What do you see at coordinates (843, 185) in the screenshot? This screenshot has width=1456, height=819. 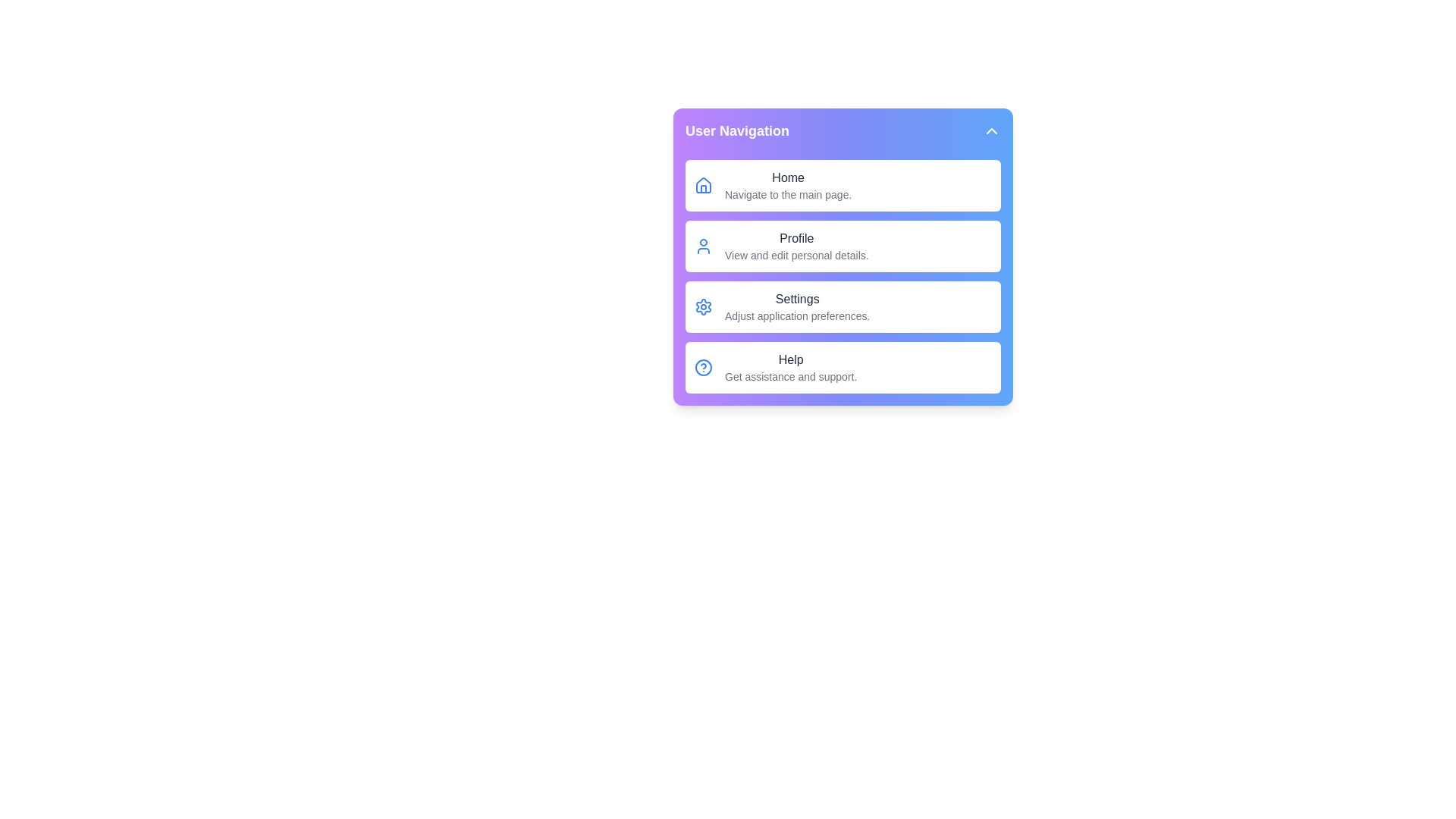 I see `the menu item Home from the dropdown menu` at bounding box center [843, 185].